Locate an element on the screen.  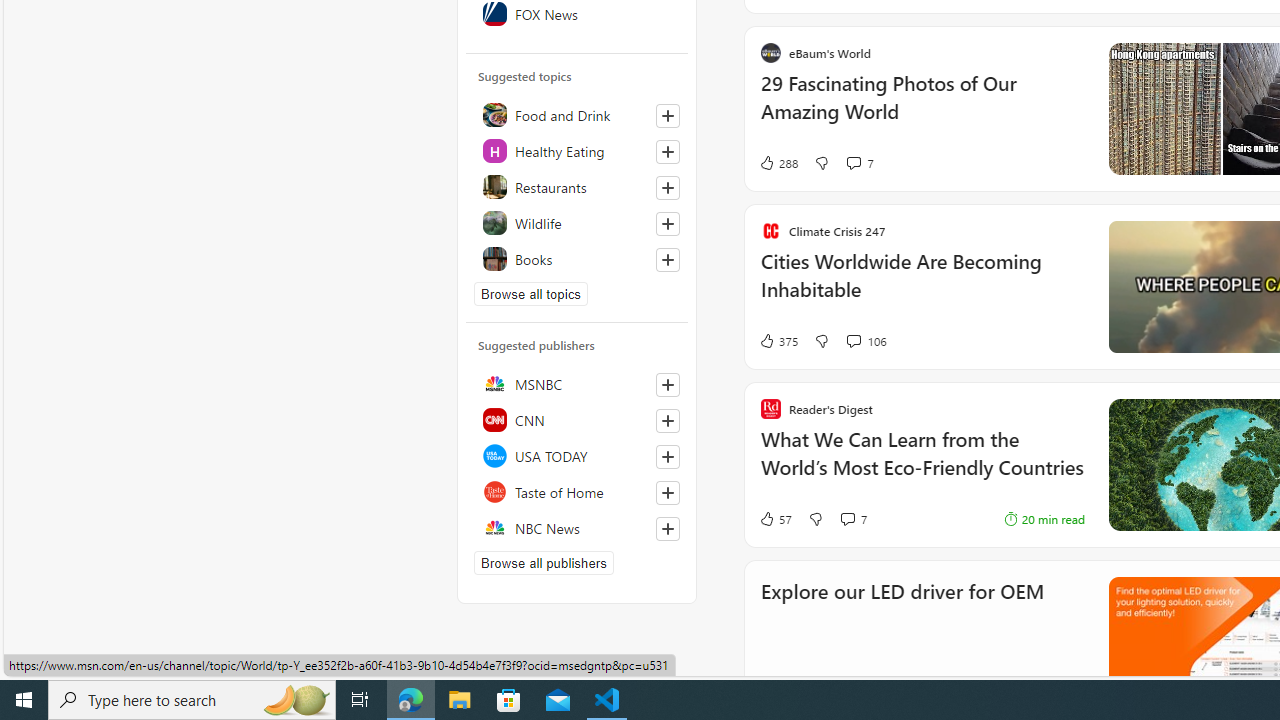
'Taste of Home' is located at coordinates (576, 492).